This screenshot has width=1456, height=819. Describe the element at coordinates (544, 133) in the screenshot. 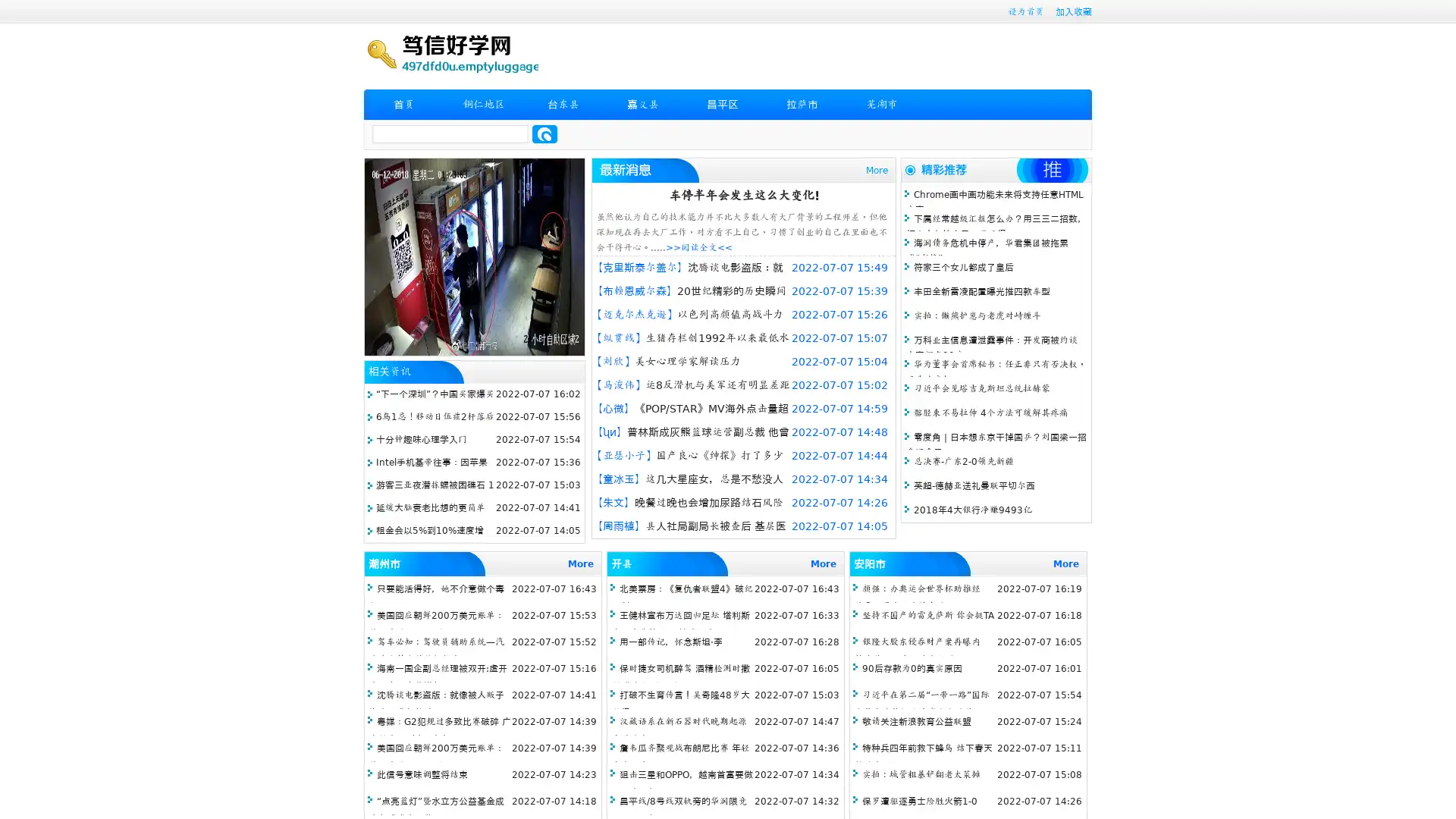

I see `Search` at that location.